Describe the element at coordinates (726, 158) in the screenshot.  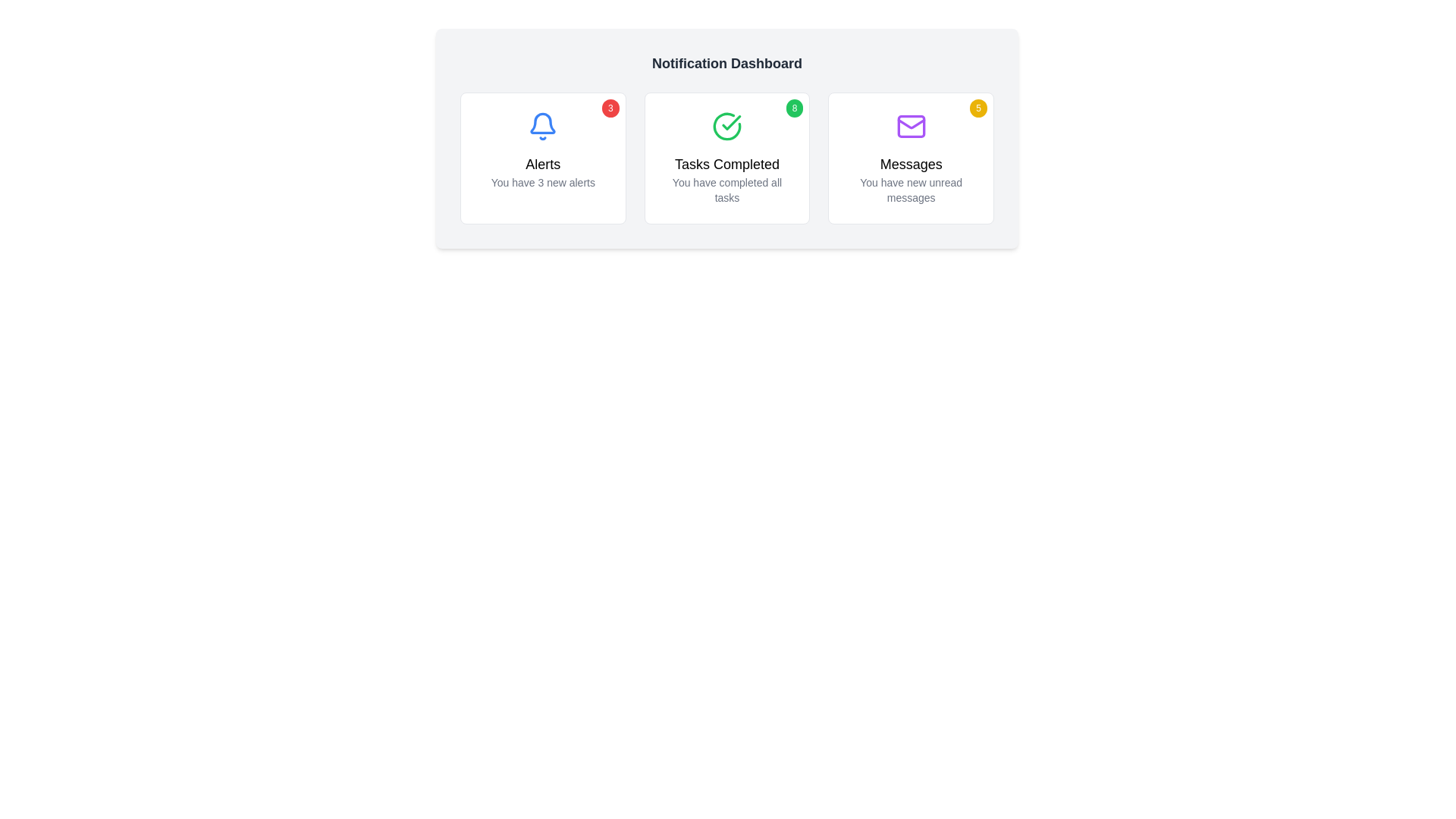
I see `the grid layout containing 'Alerts', 'Tasks Completed', and 'Messages' sections` at that location.